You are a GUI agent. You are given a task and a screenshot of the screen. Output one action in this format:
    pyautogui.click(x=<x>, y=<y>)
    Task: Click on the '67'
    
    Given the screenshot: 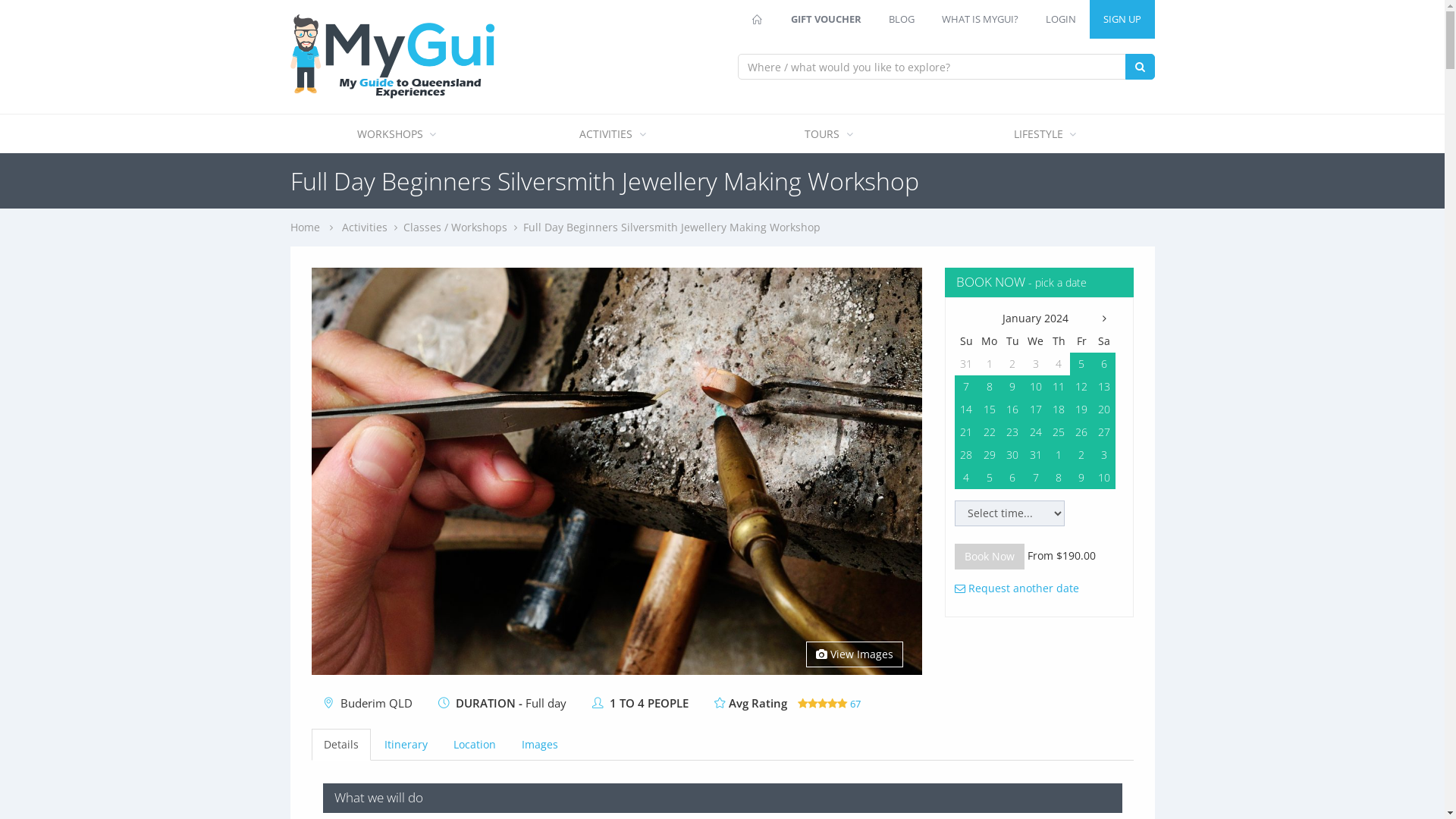 What is the action you would take?
    pyautogui.click(x=828, y=703)
    